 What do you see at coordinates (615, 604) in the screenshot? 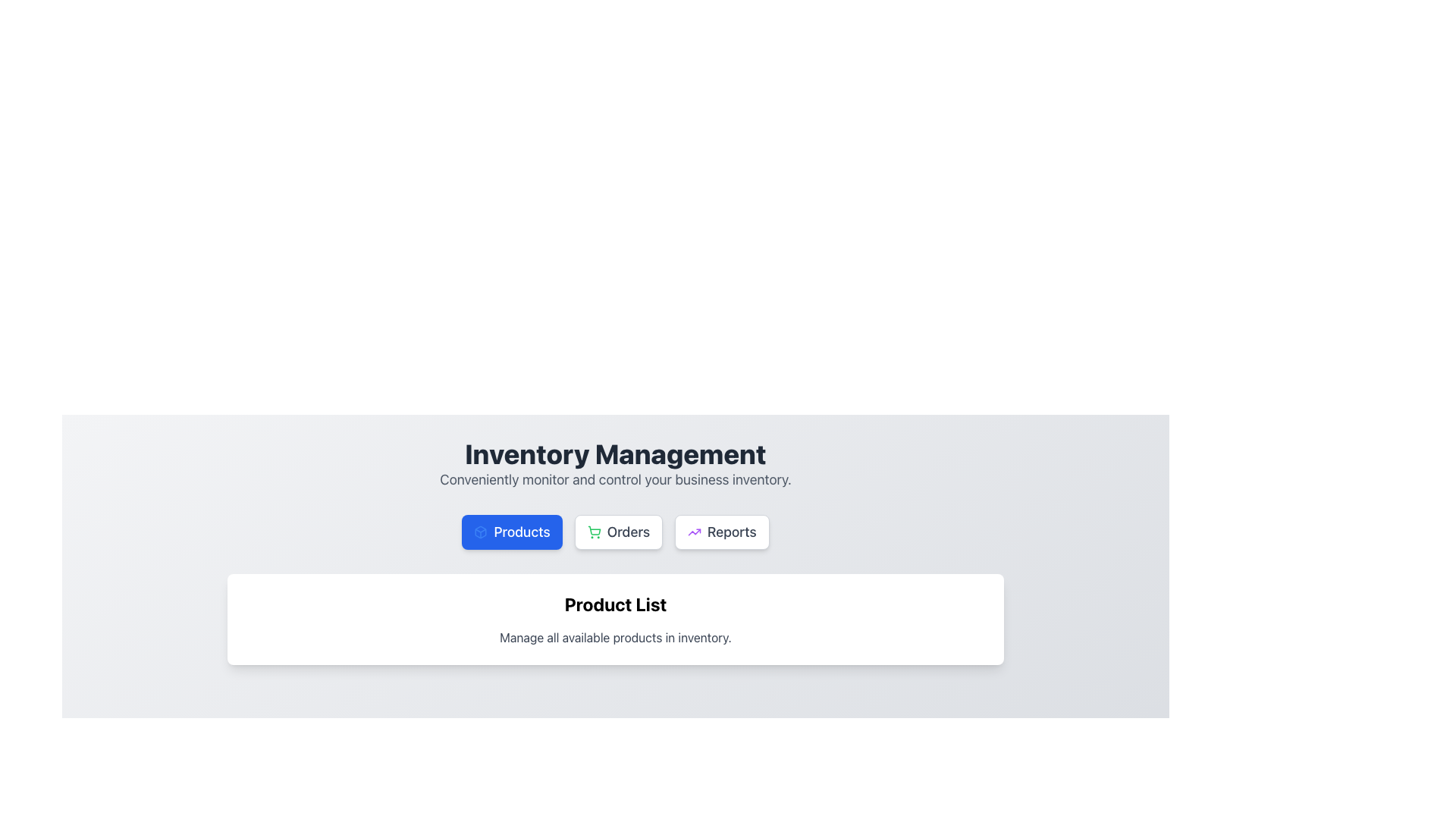
I see `the Header Text element that labels the section for listing products, positioned above the descriptive text 'Manage all available products in inventory.'` at bounding box center [615, 604].